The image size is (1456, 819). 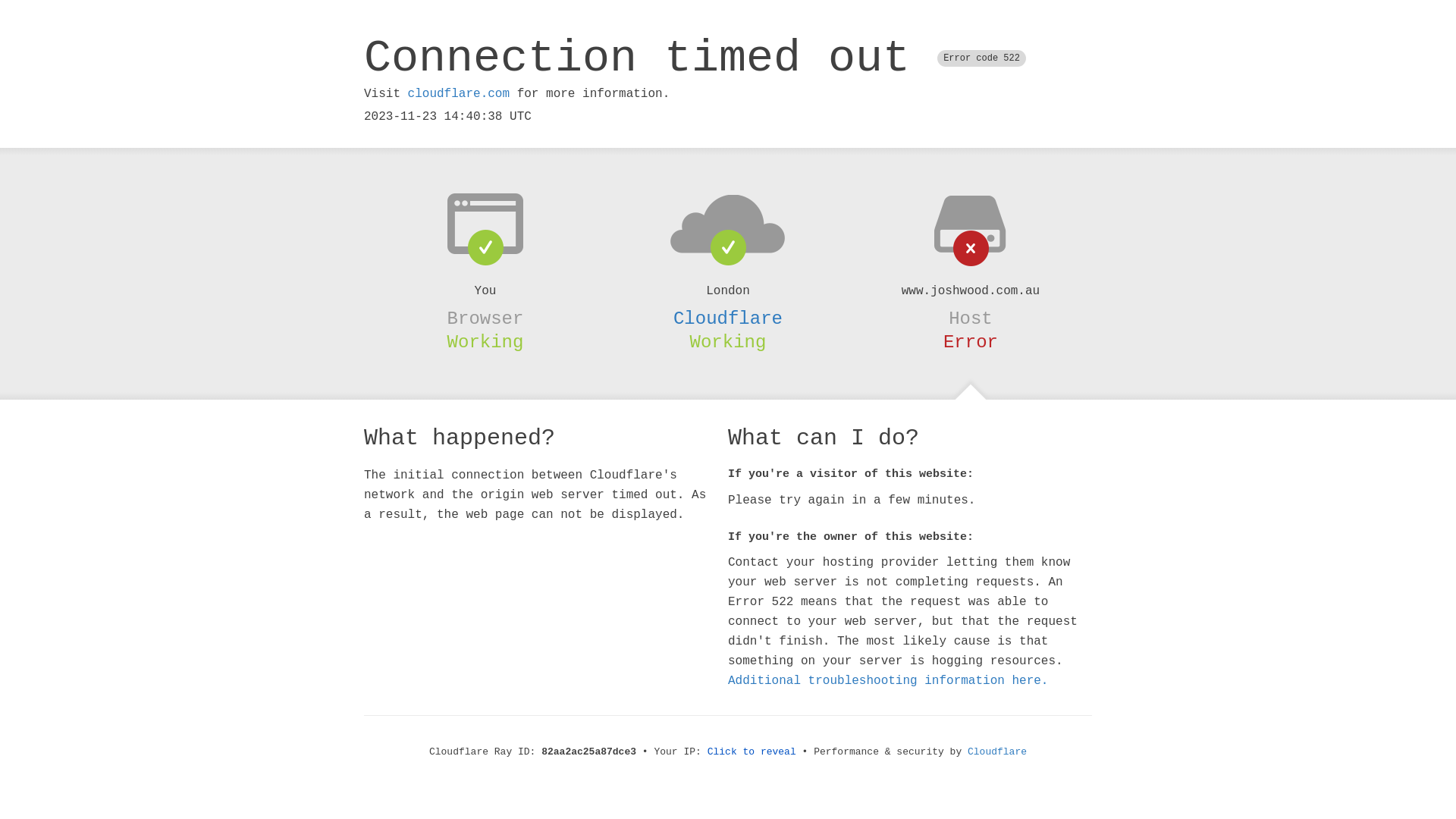 I want to click on 'Click to reveal', so click(x=752, y=752).